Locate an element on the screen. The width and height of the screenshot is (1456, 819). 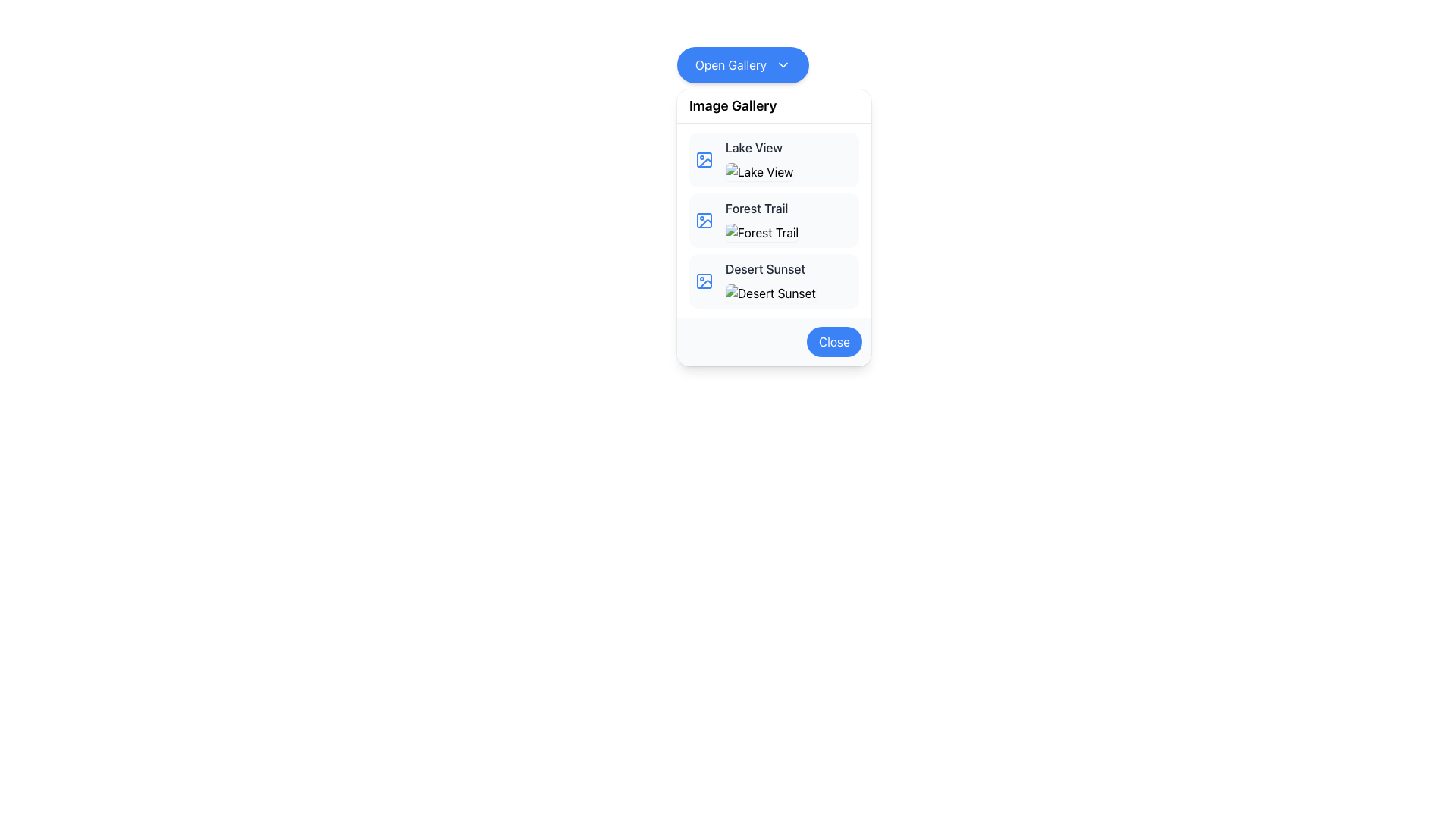
the second list item in the dropdown below the 'Open Gallery' button, which contains an icon, image, and text representation of an entry is located at coordinates (773, 227).